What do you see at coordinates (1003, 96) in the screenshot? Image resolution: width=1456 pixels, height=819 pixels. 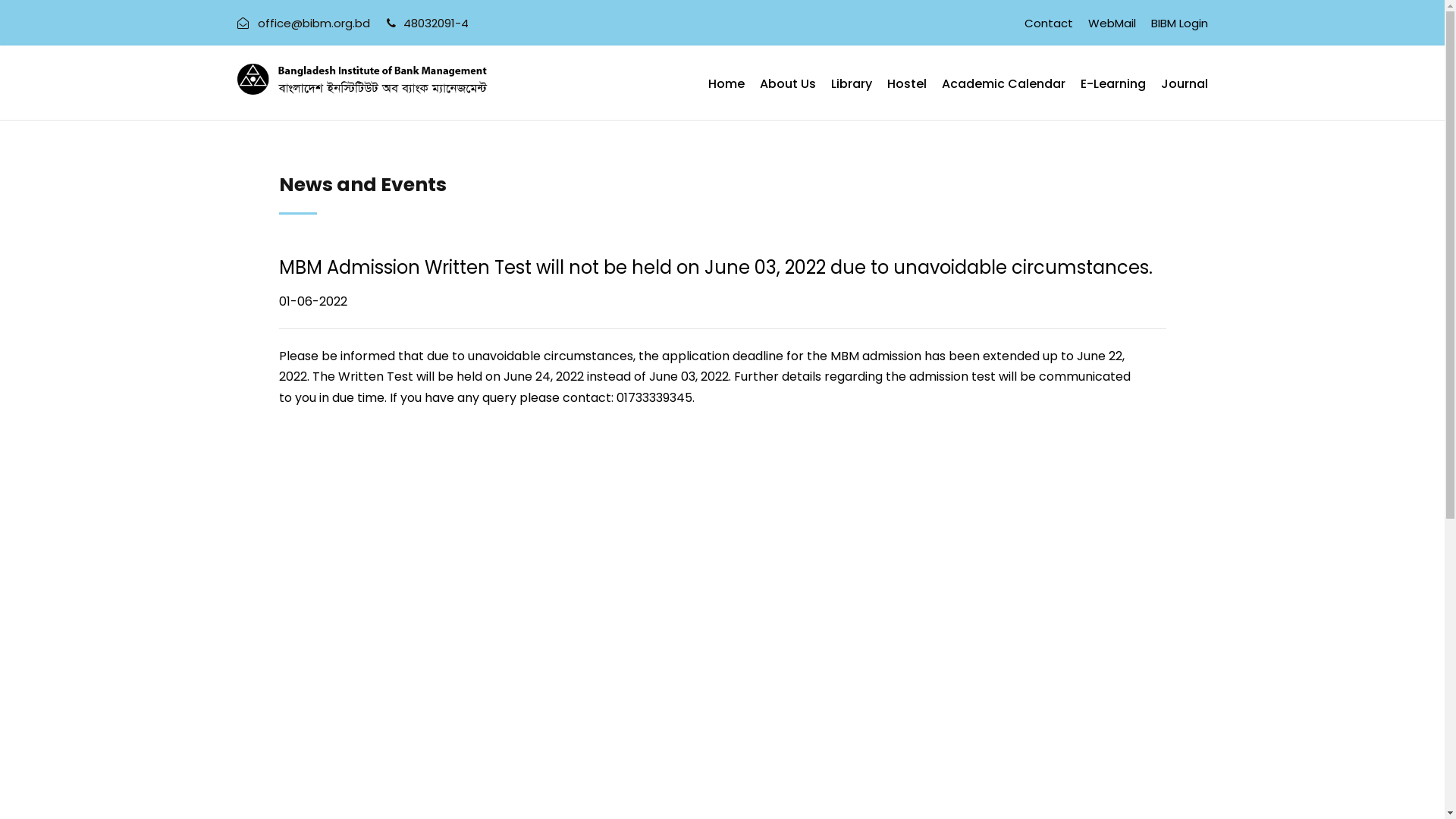 I see `'Academic Calendar'` at bounding box center [1003, 96].